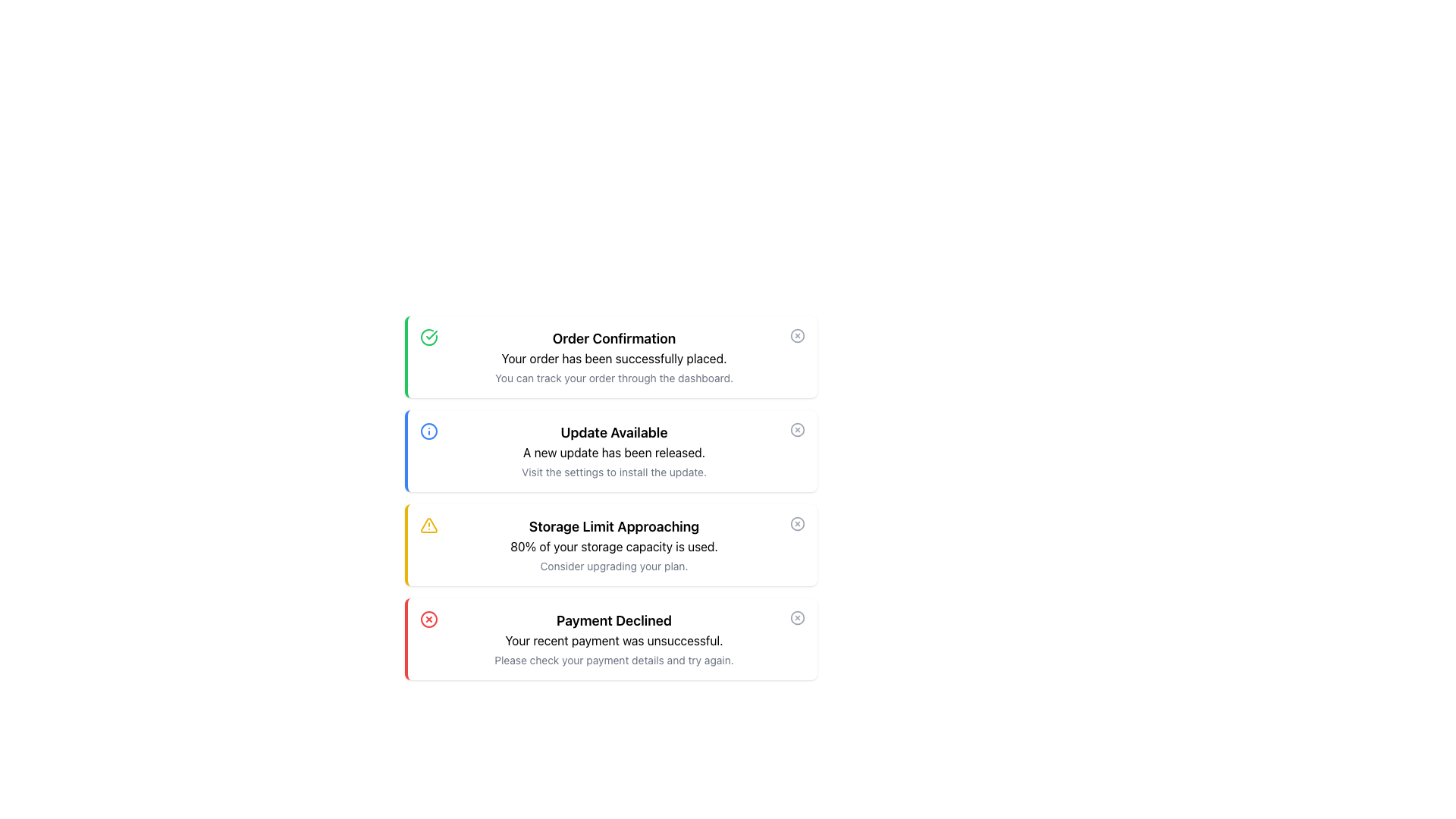  I want to click on informational text that suggests upgrading your plan, which is positioned below the storage usage warning message, so click(614, 566).